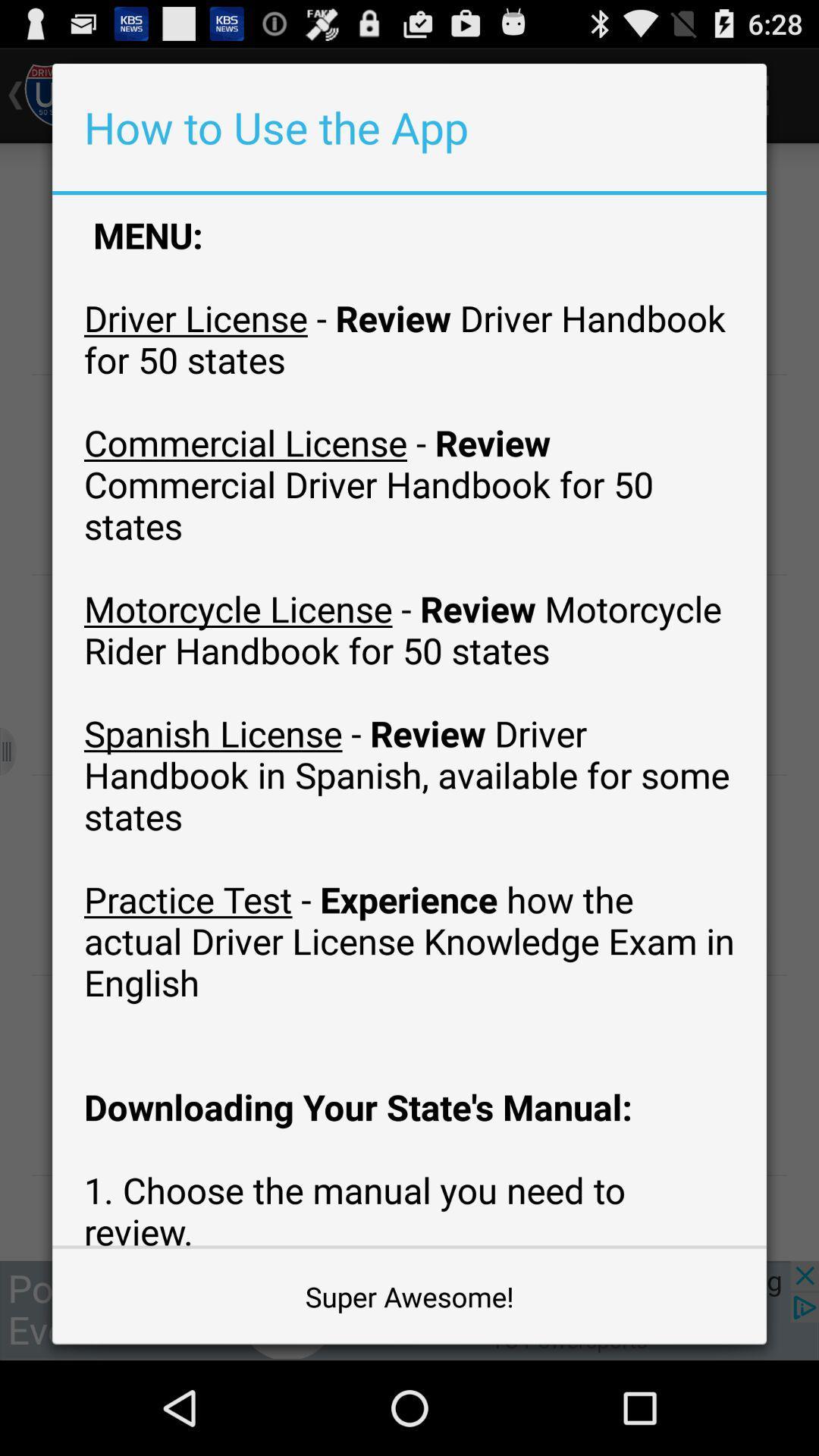 This screenshot has height=1456, width=819. Describe the element at coordinates (409, 1295) in the screenshot. I see `icon below menu driver license item` at that location.